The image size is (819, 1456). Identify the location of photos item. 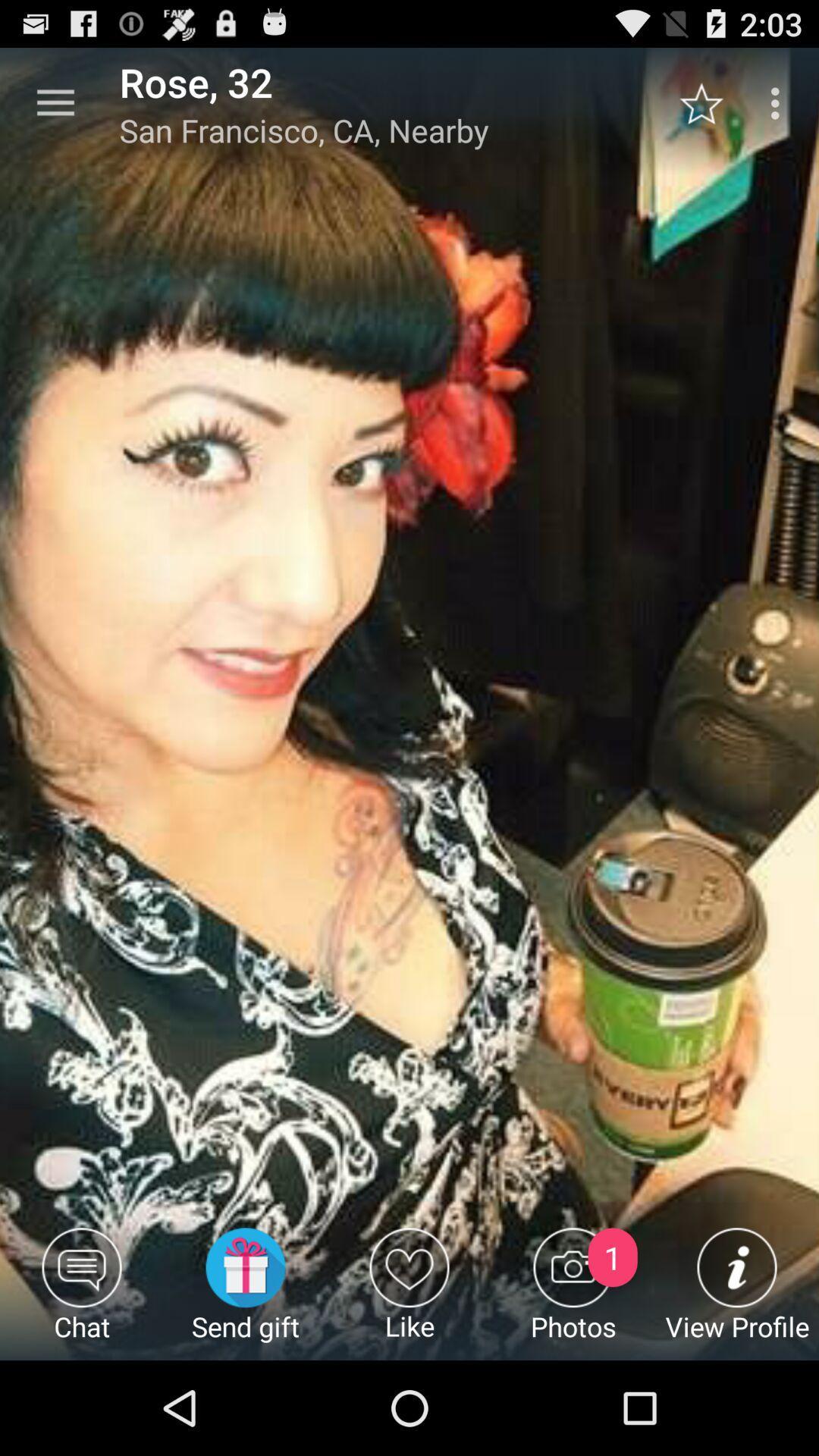
(573, 1293).